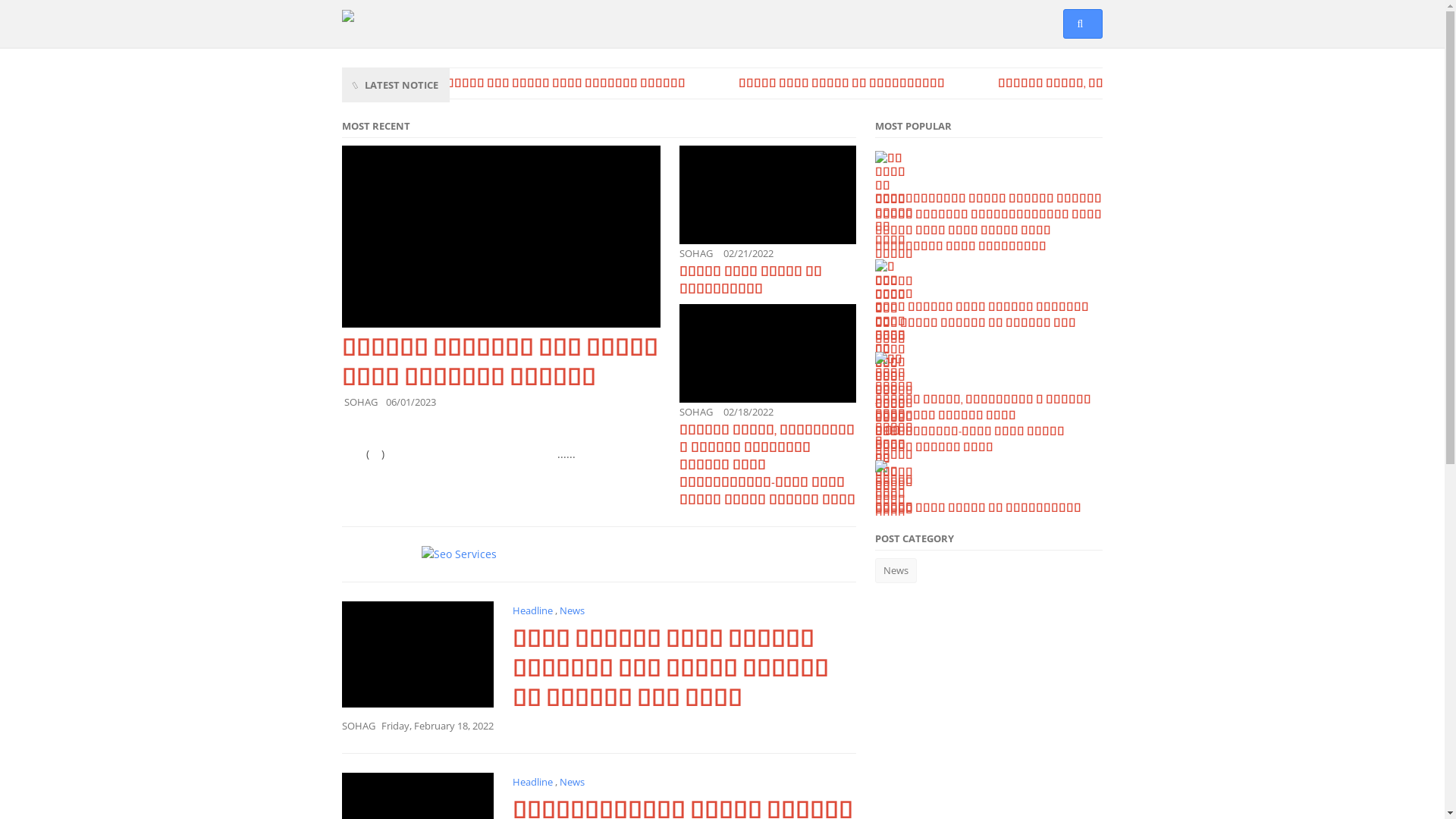  Describe the element at coordinates (401, 84) in the screenshot. I see `'LATEST NOTICE'` at that location.